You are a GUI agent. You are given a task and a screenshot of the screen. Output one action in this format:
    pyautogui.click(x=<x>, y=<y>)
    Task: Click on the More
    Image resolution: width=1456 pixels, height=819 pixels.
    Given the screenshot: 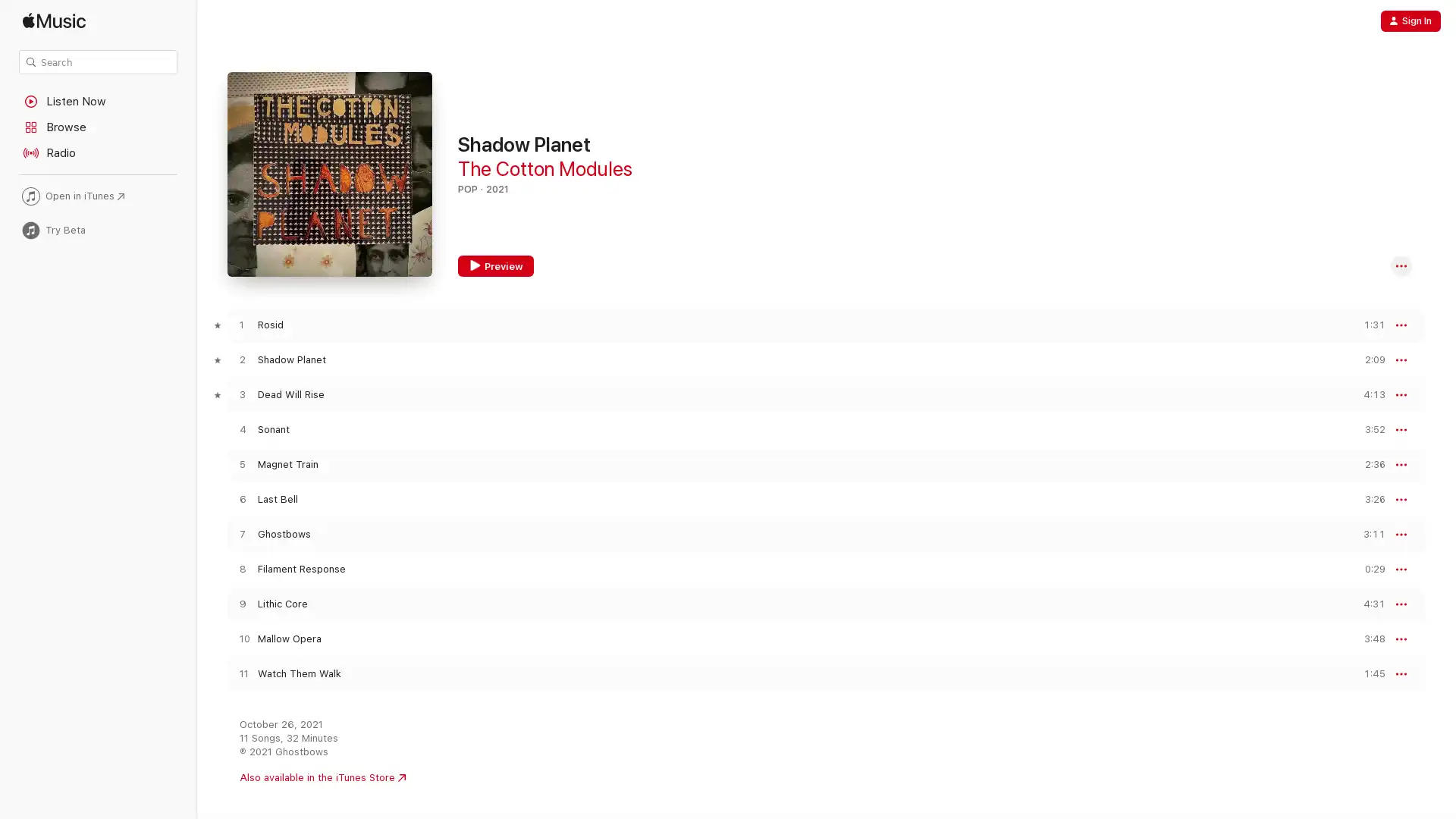 What is the action you would take?
    pyautogui.click(x=1401, y=673)
    